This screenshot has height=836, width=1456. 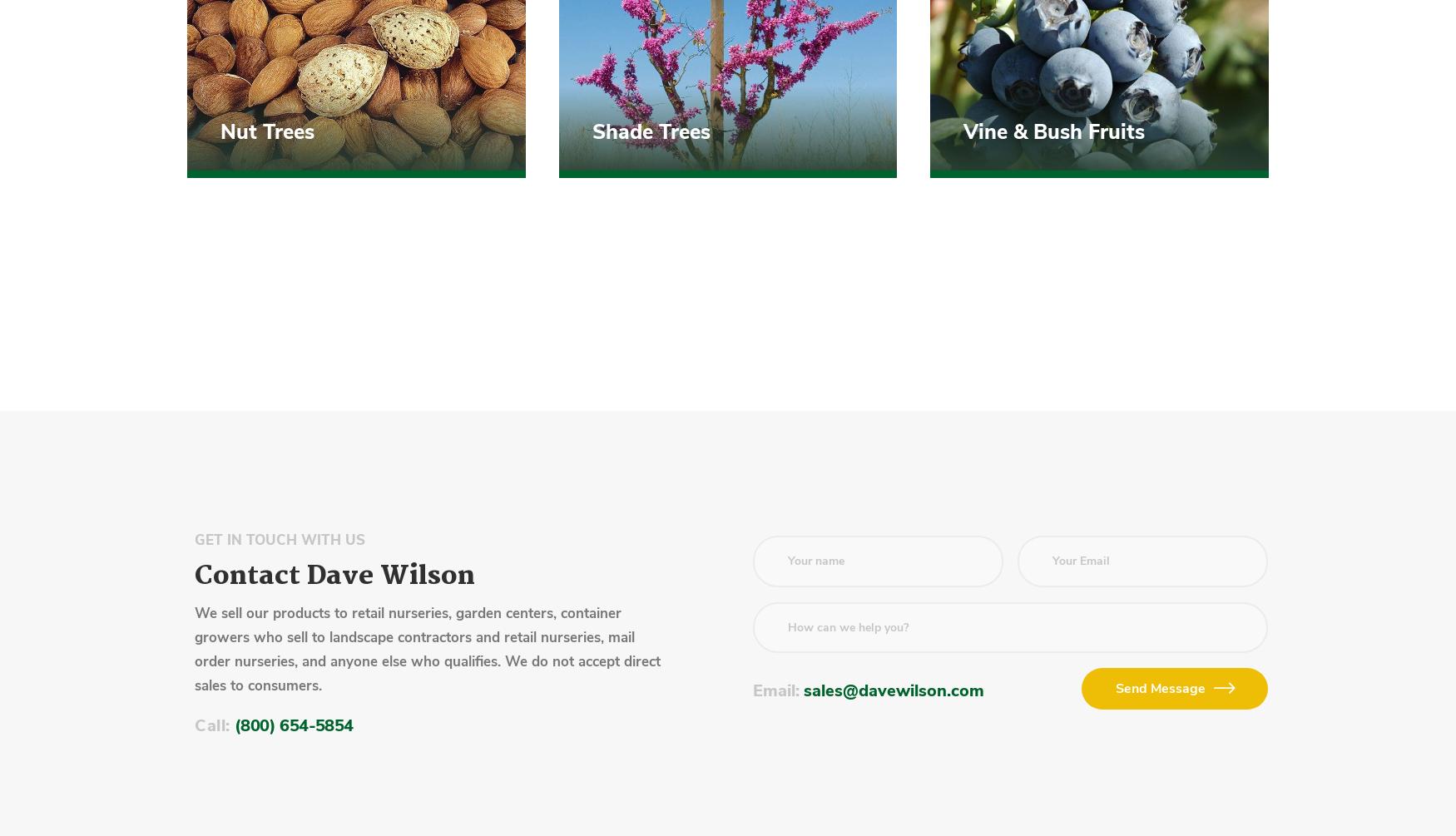 What do you see at coordinates (777, 546) in the screenshot?
I see `'Resources & Community'` at bounding box center [777, 546].